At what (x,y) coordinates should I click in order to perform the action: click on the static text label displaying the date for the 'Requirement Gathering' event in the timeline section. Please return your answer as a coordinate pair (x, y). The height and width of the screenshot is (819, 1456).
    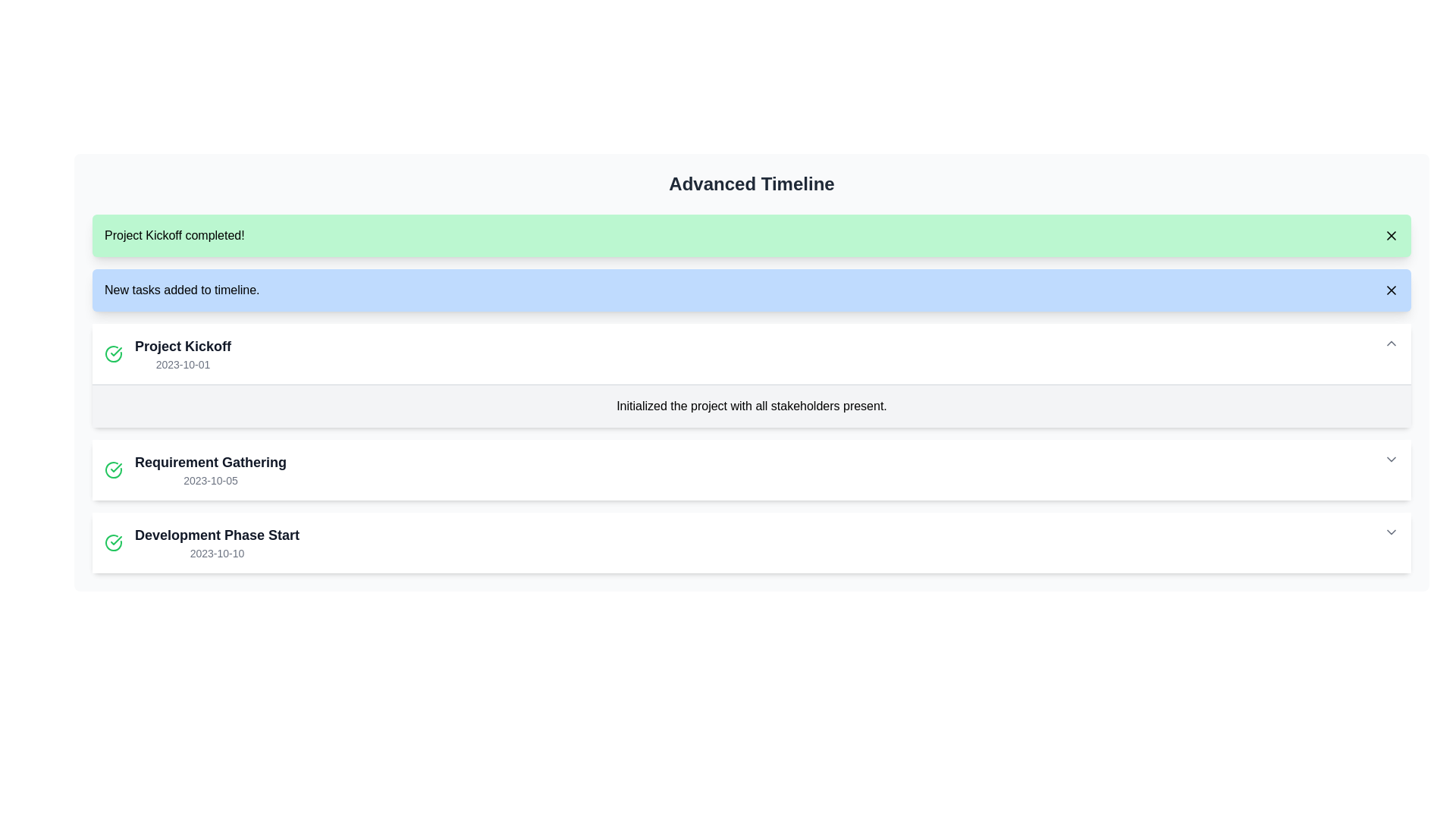
    Looking at the image, I should click on (210, 480).